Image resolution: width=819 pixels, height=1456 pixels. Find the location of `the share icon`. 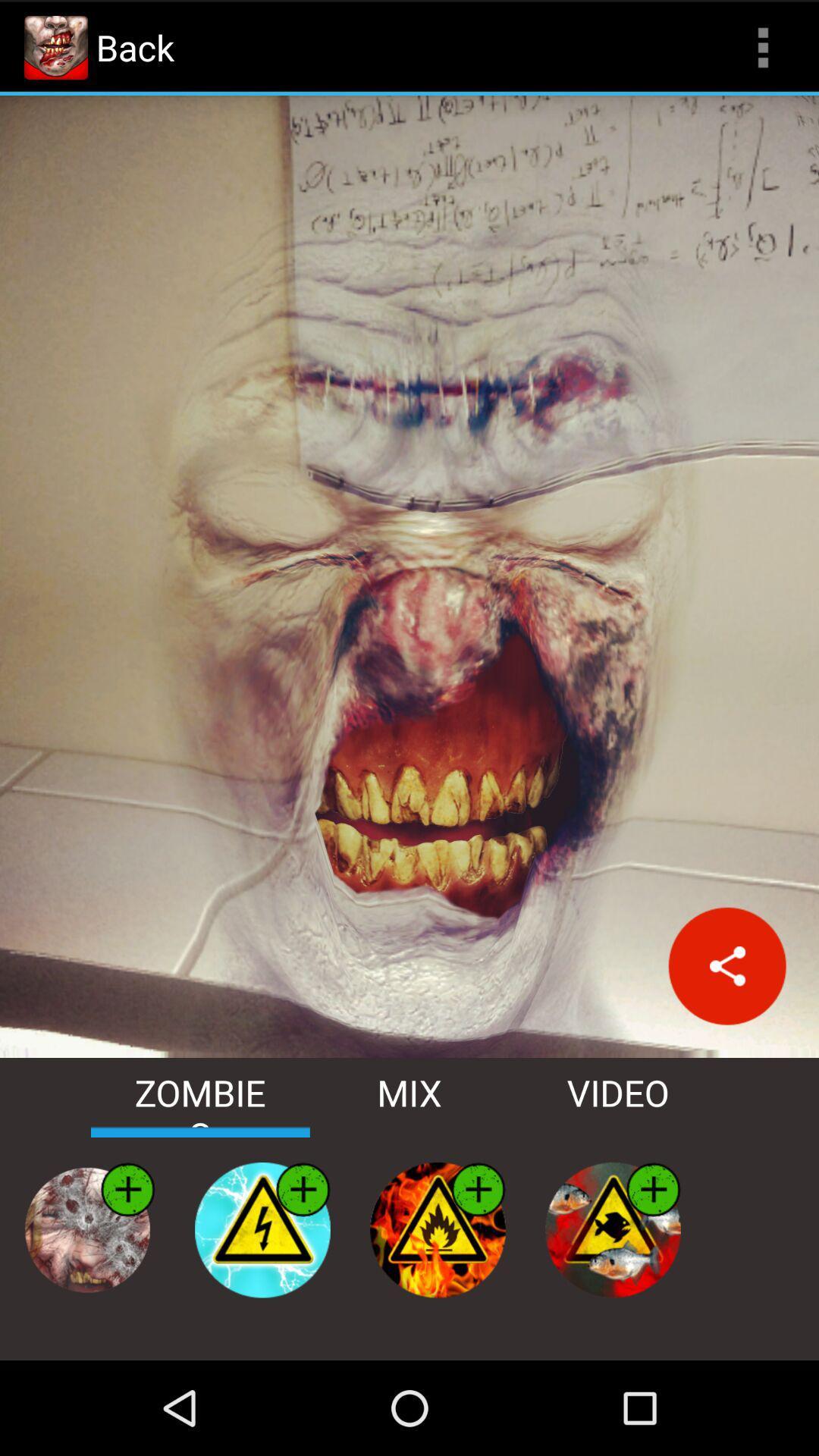

the share icon is located at coordinates (726, 1033).